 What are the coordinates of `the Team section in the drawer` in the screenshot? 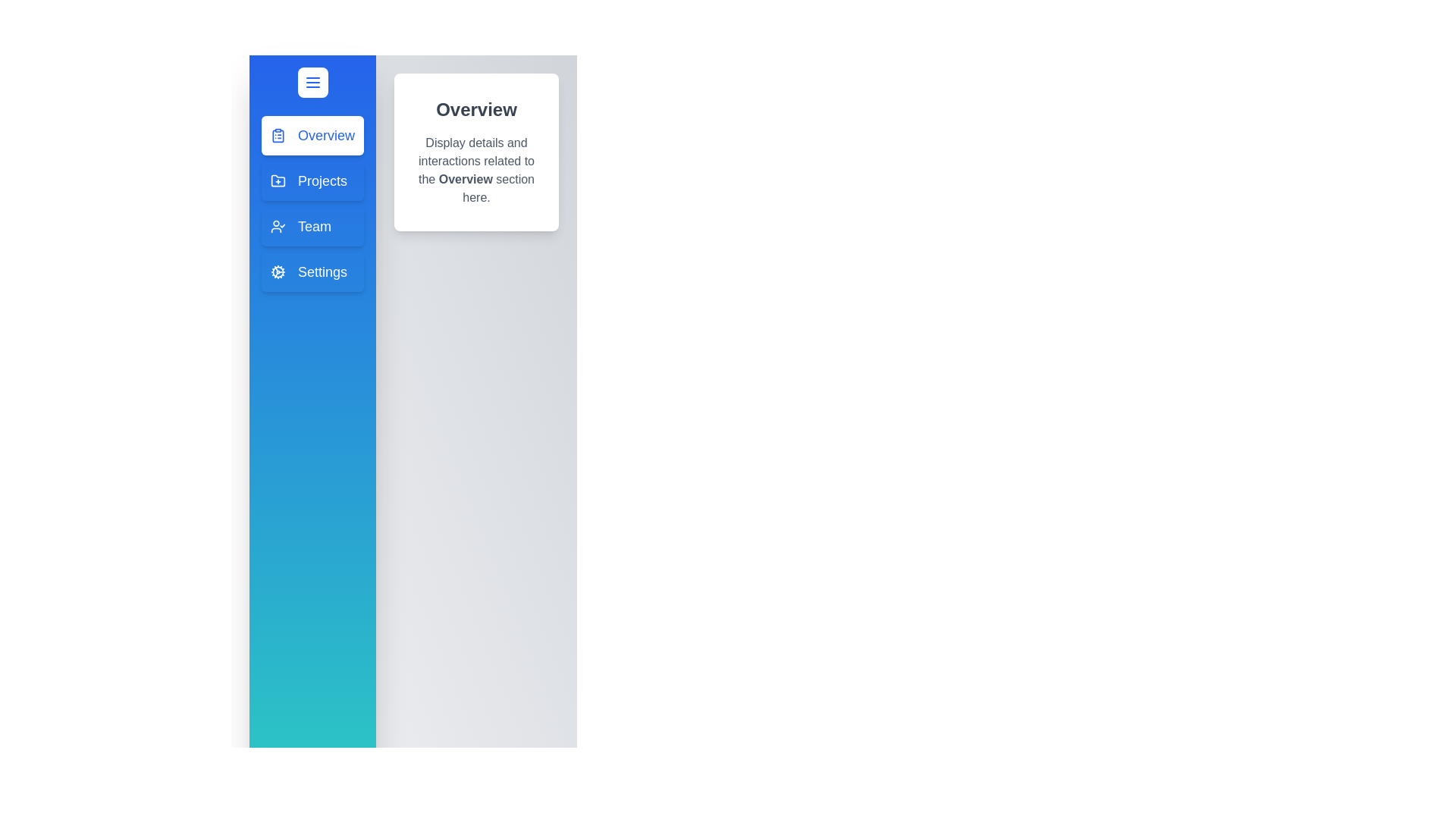 It's located at (312, 227).